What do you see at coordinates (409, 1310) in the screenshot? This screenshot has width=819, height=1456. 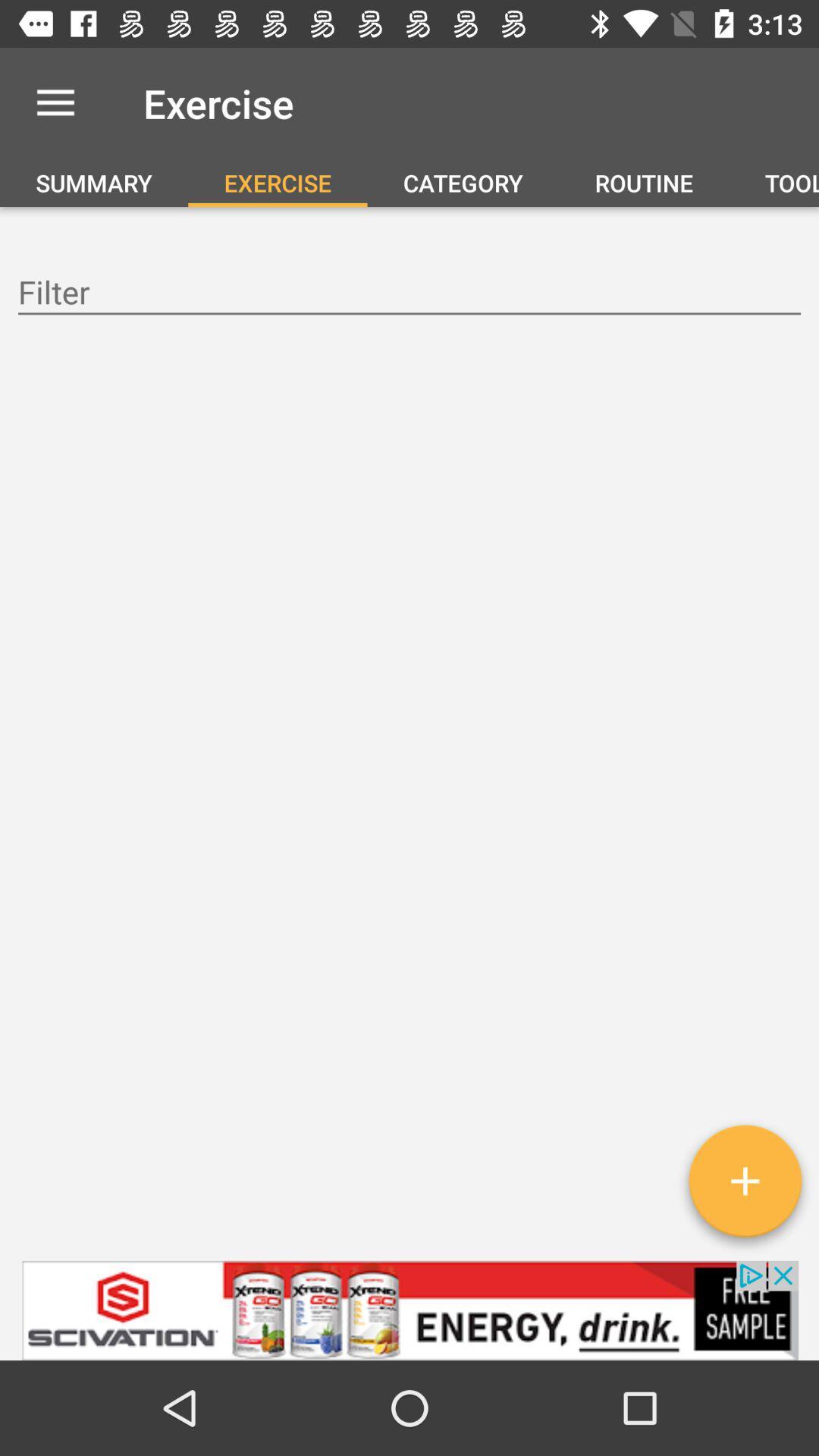 I see `visit advertiser` at bounding box center [409, 1310].